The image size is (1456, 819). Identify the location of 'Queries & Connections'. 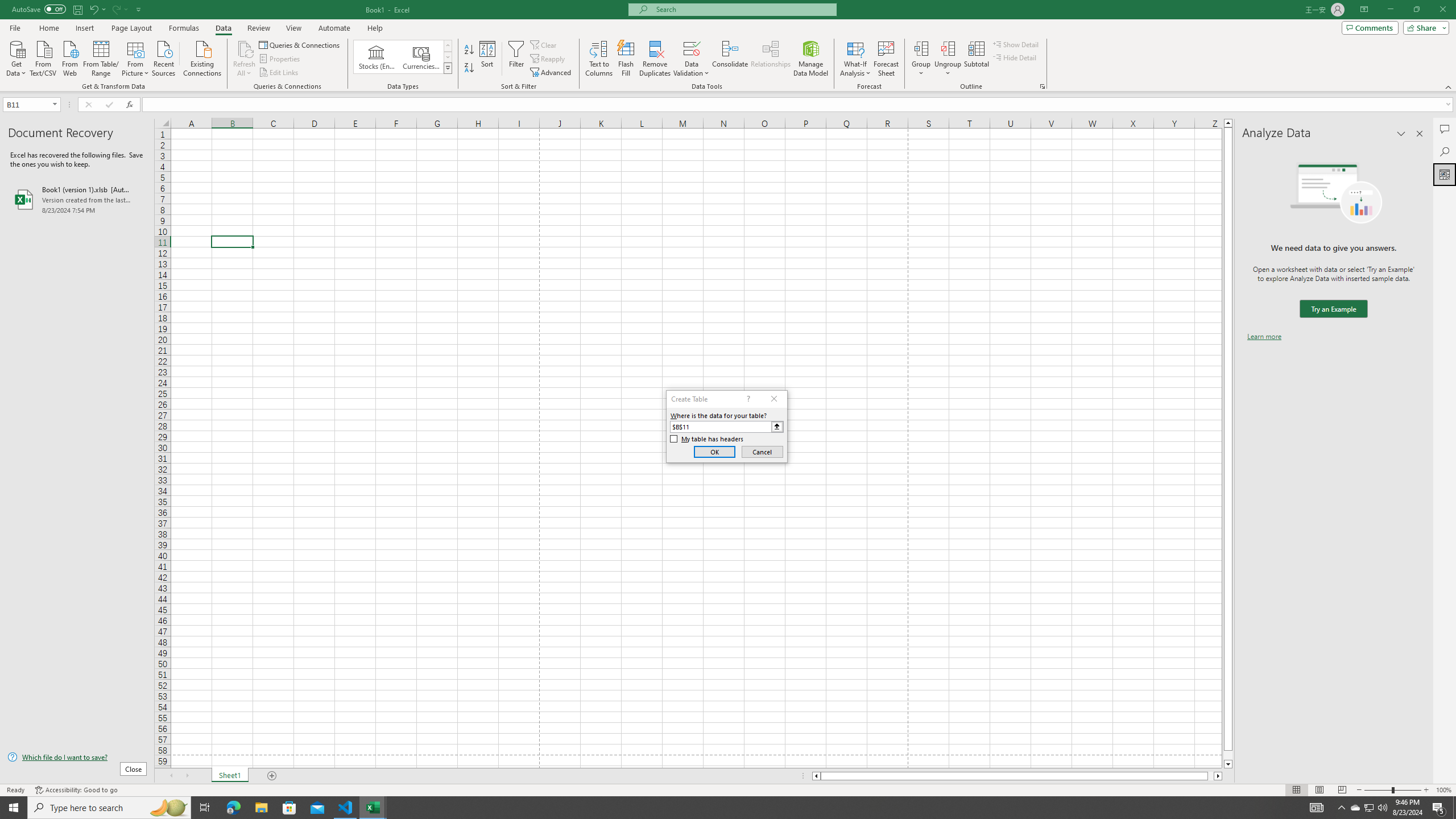
(300, 44).